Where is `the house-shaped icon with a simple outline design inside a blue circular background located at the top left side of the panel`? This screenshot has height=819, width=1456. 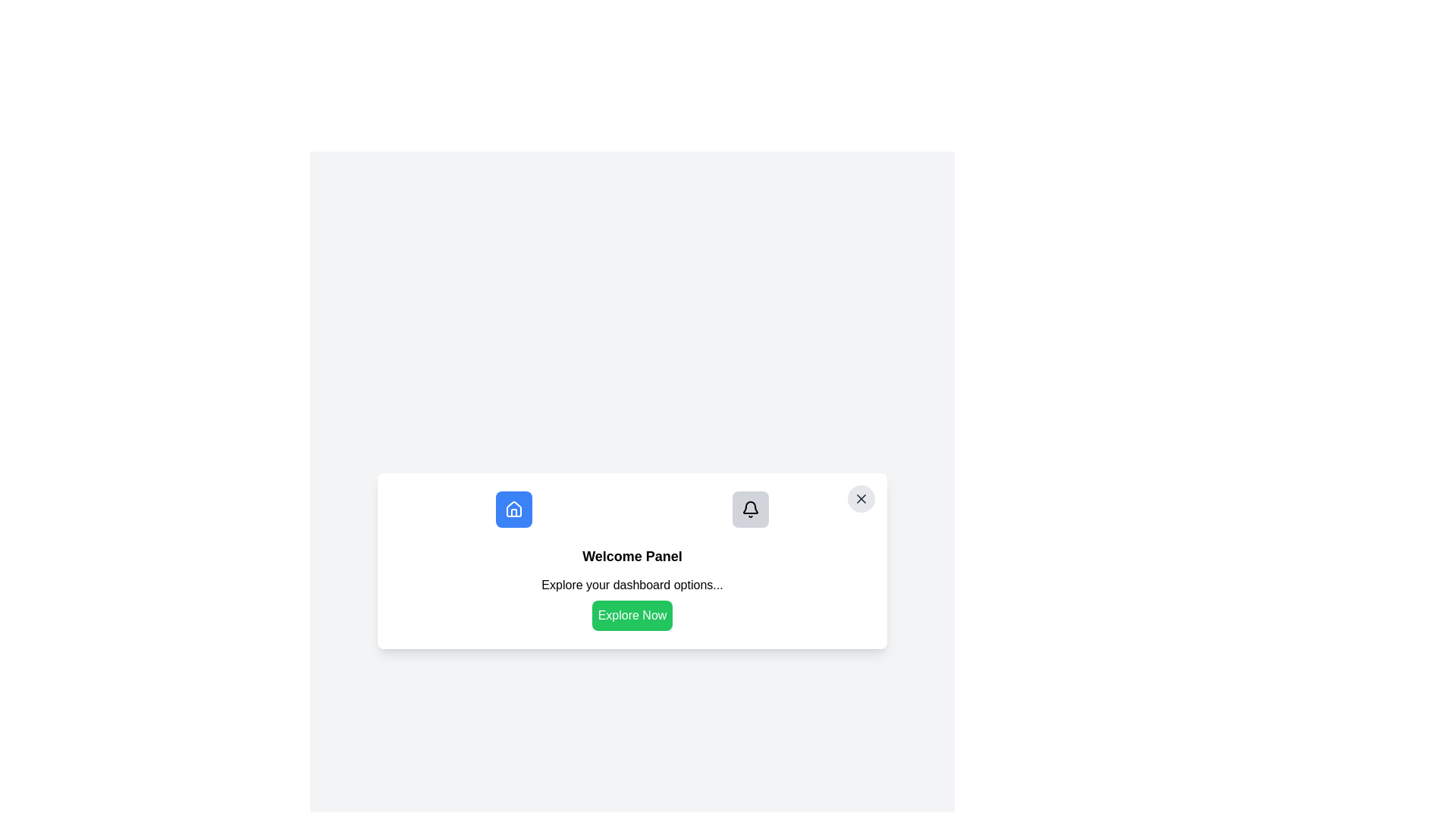
the house-shaped icon with a simple outline design inside a blue circular background located at the top left side of the panel is located at coordinates (513, 509).